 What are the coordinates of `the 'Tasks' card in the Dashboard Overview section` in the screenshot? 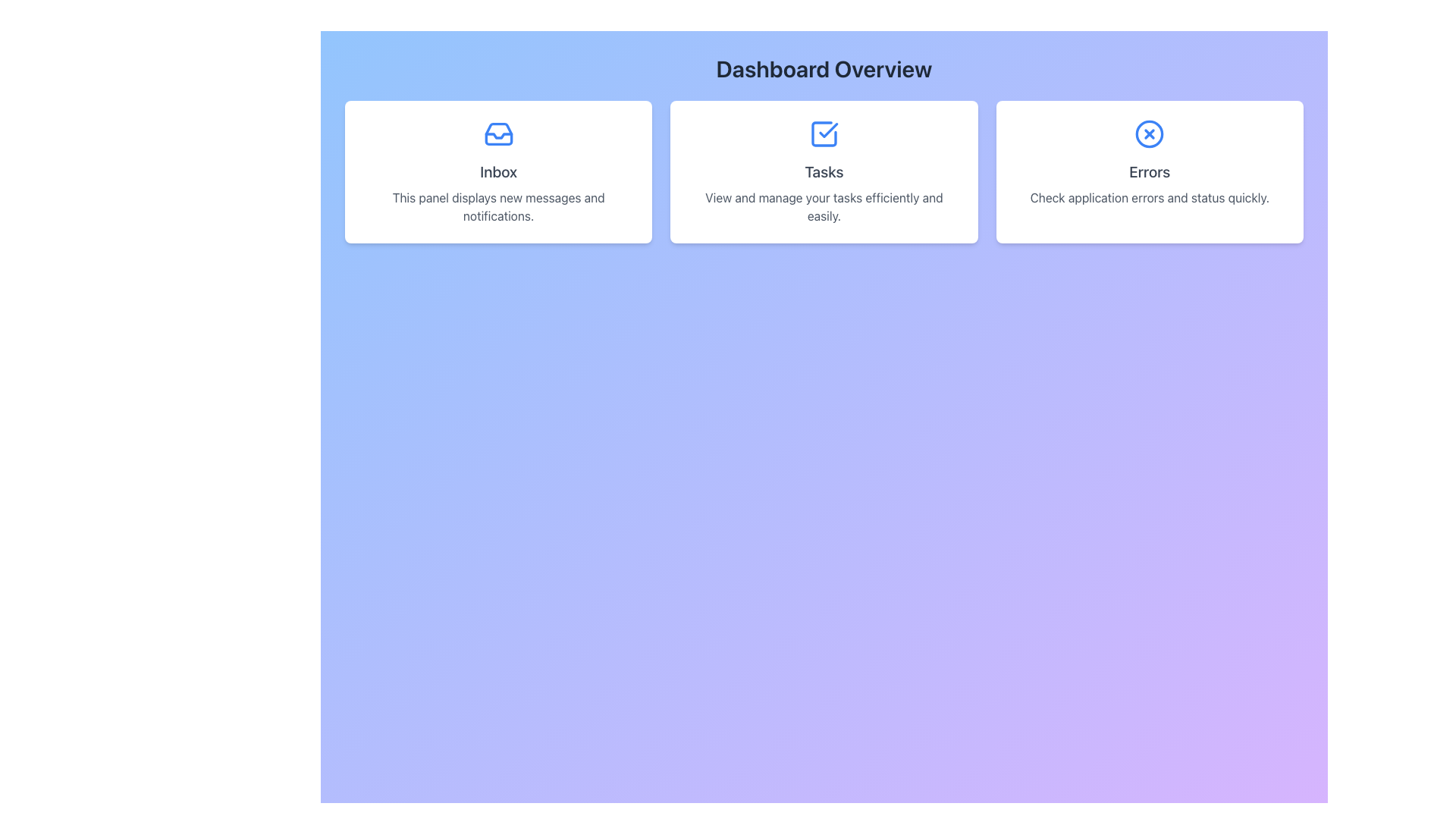 It's located at (823, 171).